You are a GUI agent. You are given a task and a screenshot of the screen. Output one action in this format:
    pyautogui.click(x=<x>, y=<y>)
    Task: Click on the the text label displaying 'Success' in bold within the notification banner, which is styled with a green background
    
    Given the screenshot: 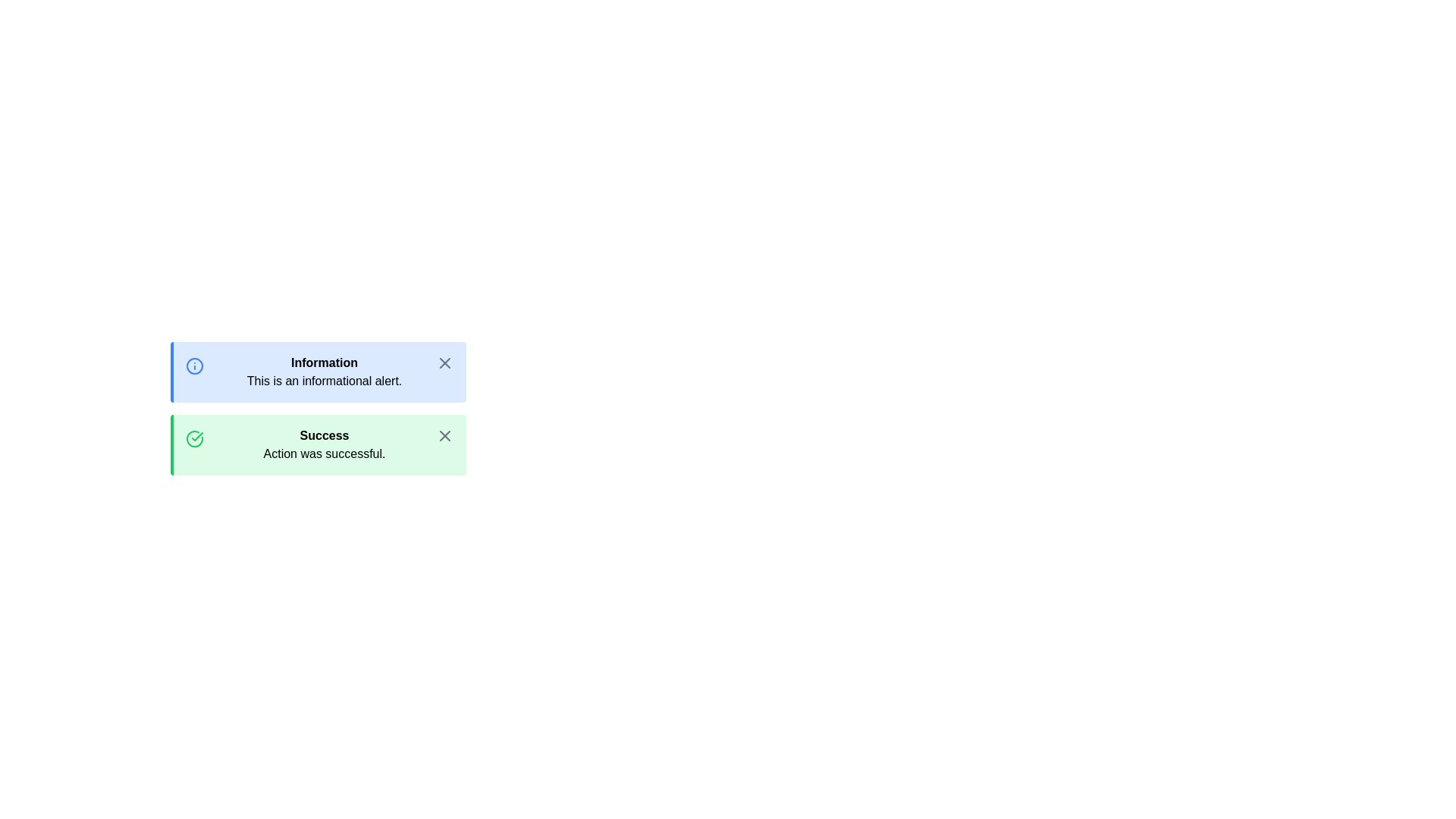 What is the action you would take?
    pyautogui.click(x=323, y=435)
    